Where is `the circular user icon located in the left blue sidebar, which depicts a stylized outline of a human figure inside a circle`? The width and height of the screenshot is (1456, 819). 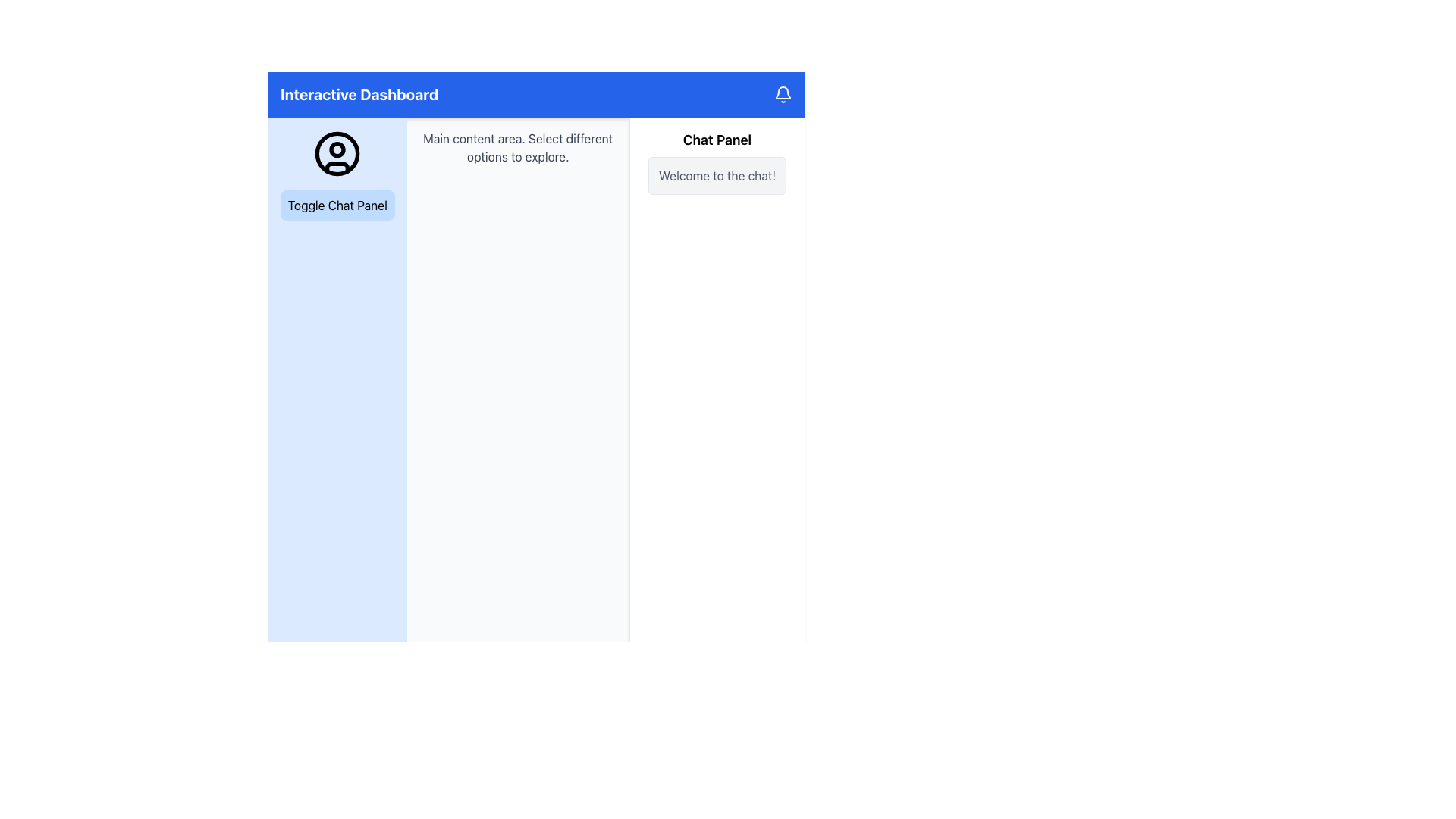 the circular user icon located in the left blue sidebar, which depicts a stylized outline of a human figure inside a circle is located at coordinates (337, 154).